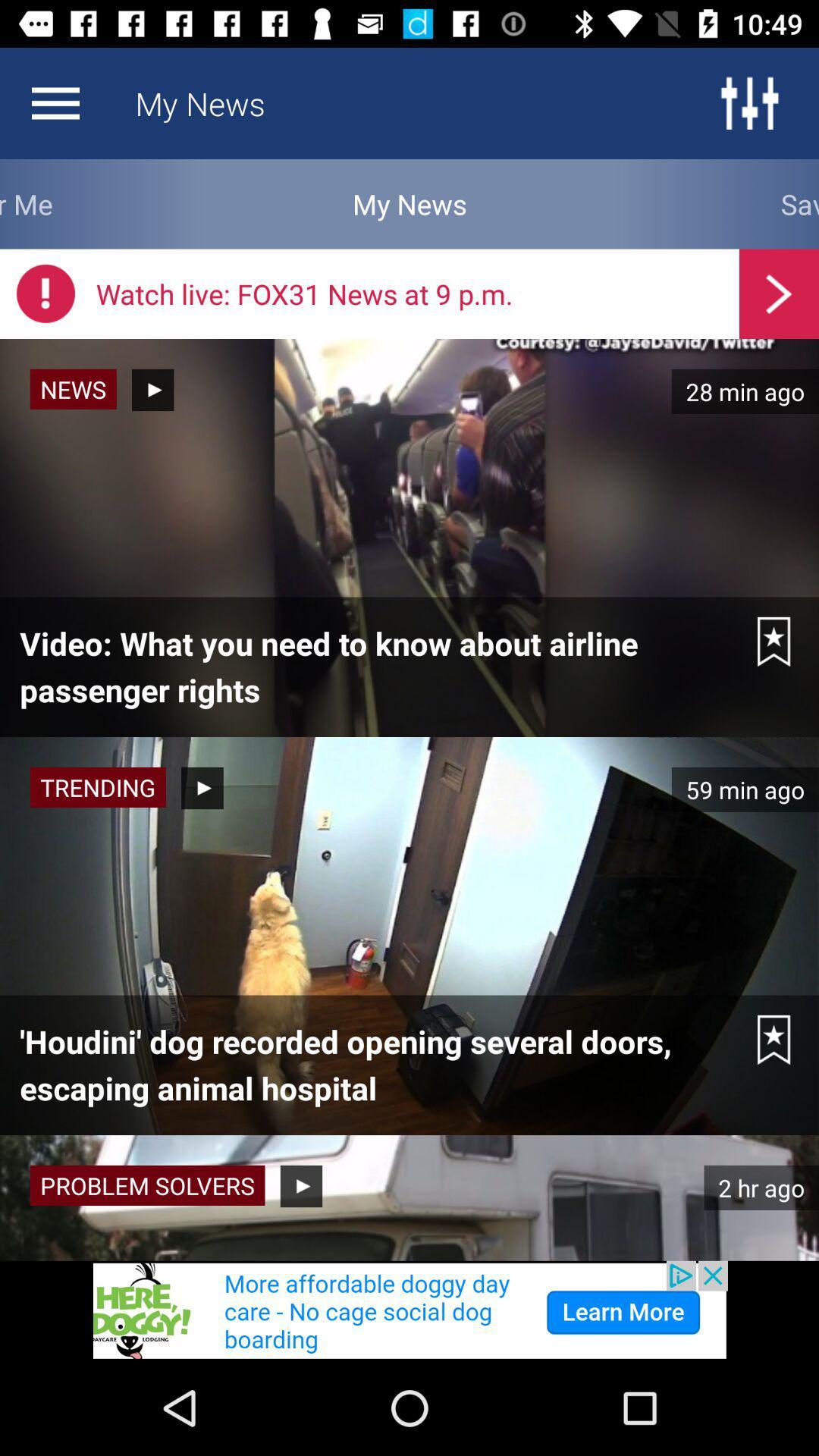 The height and width of the screenshot is (1456, 819). What do you see at coordinates (748, 102) in the screenshot?
I see `settings` at bounding box center [748, 102].